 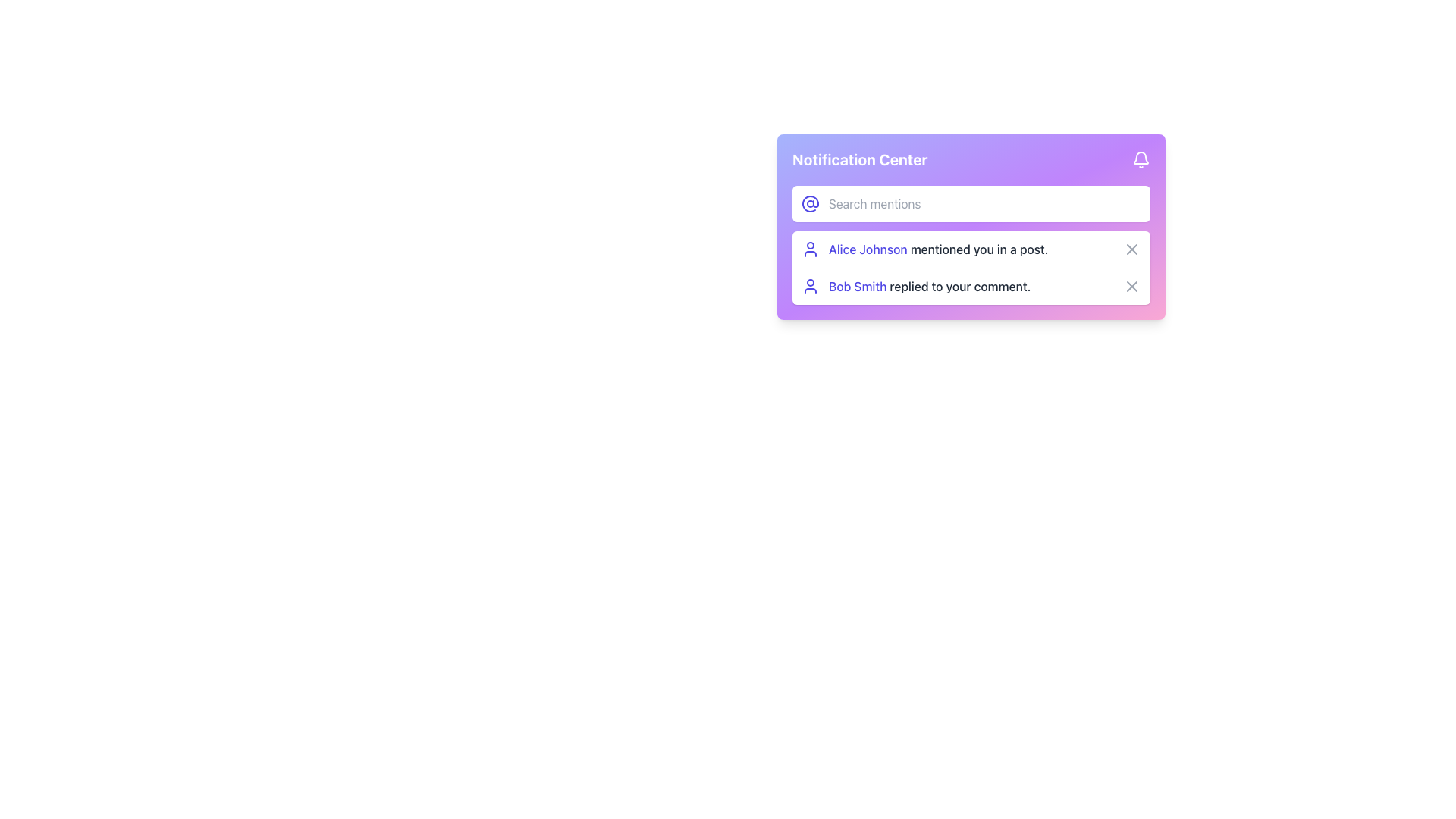 I want to click on the Close (X) Icon located at the far right of the second notification item in the Notification Center interface, so click(x=1131, y=287).